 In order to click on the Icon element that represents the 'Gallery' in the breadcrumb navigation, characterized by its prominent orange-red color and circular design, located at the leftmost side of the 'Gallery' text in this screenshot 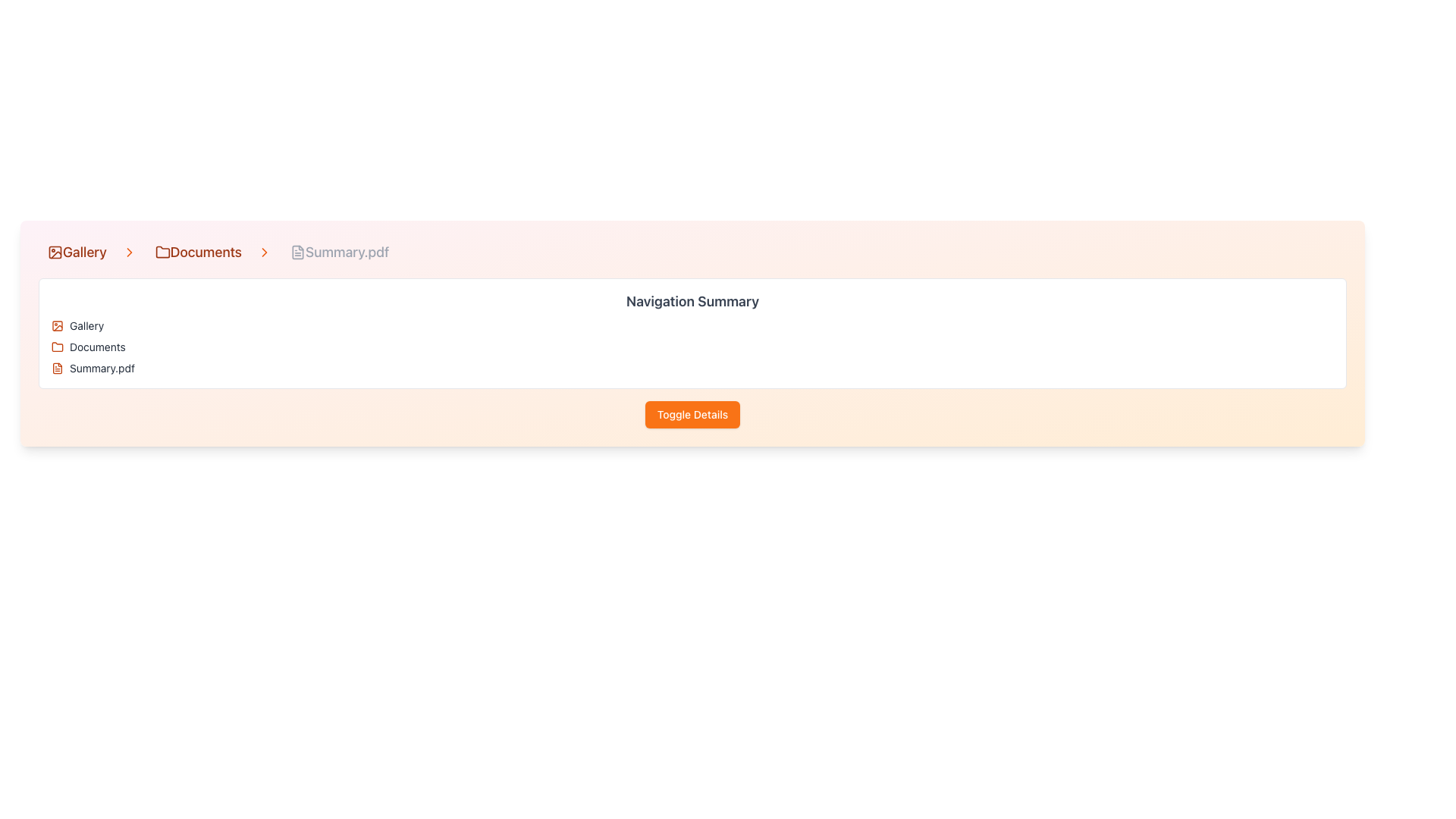, I will do `click(55, 251)`.